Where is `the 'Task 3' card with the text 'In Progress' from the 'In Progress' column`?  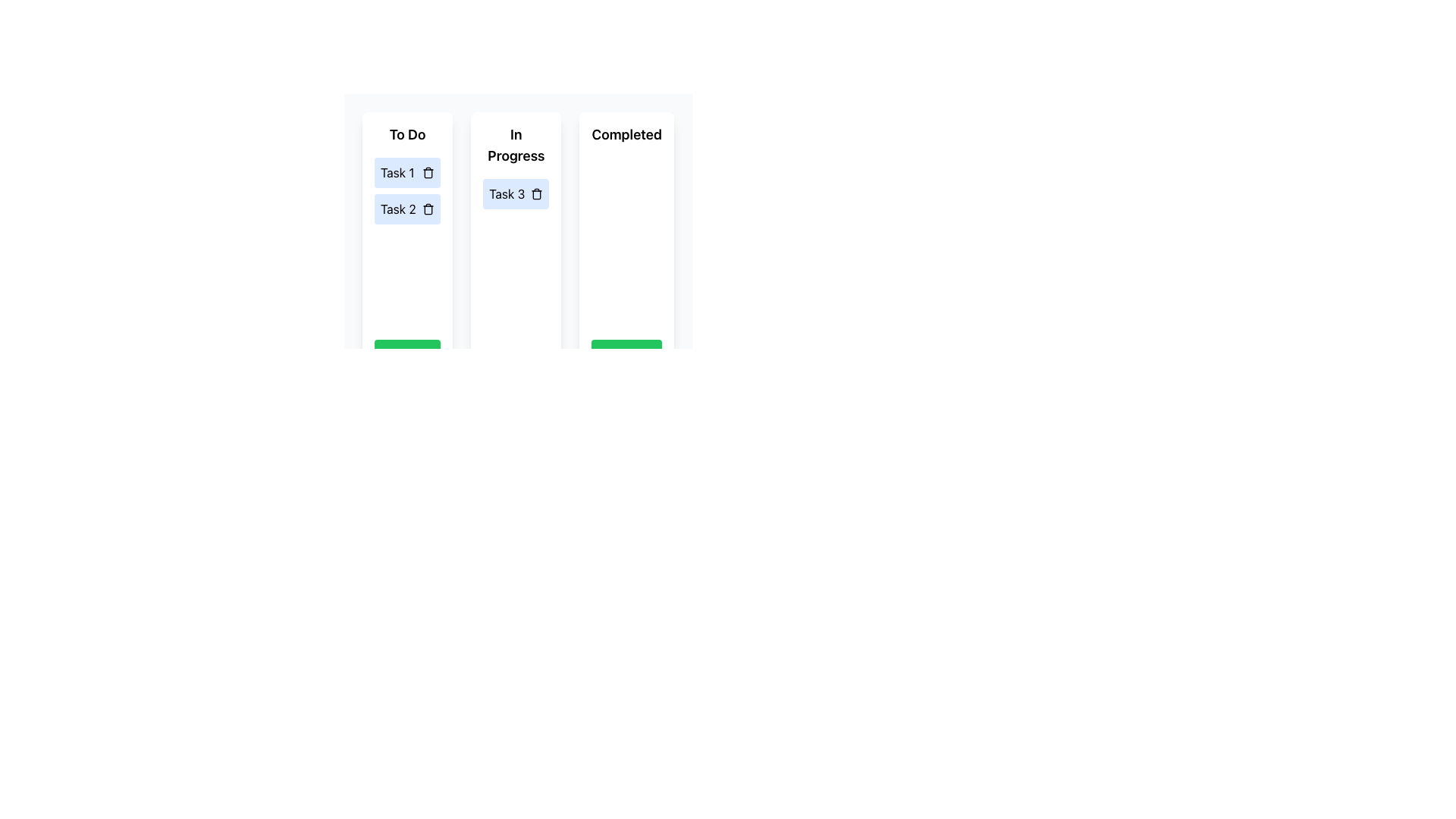 the 'Task 3' card with the text 'In Progress' from the 'In Progress' column is located at coordinates (518, 212).